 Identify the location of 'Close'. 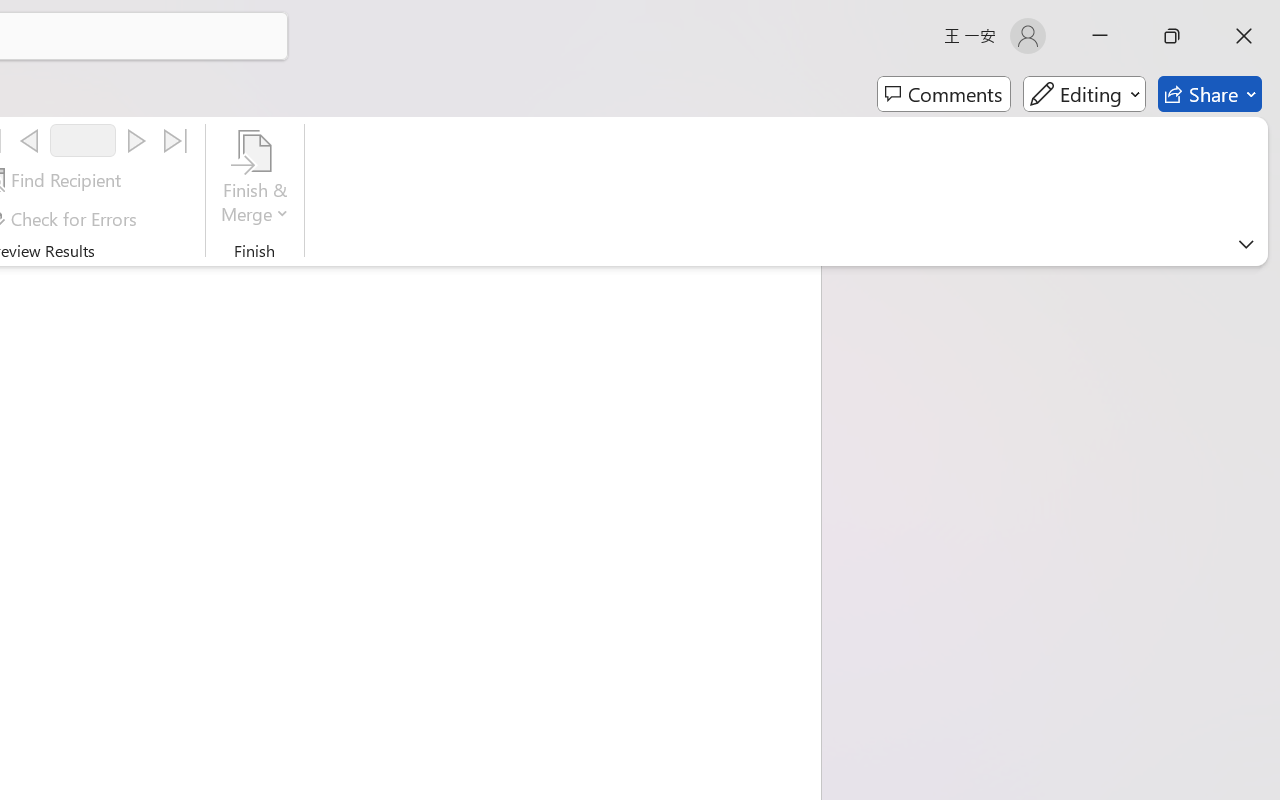
(1243, 35).